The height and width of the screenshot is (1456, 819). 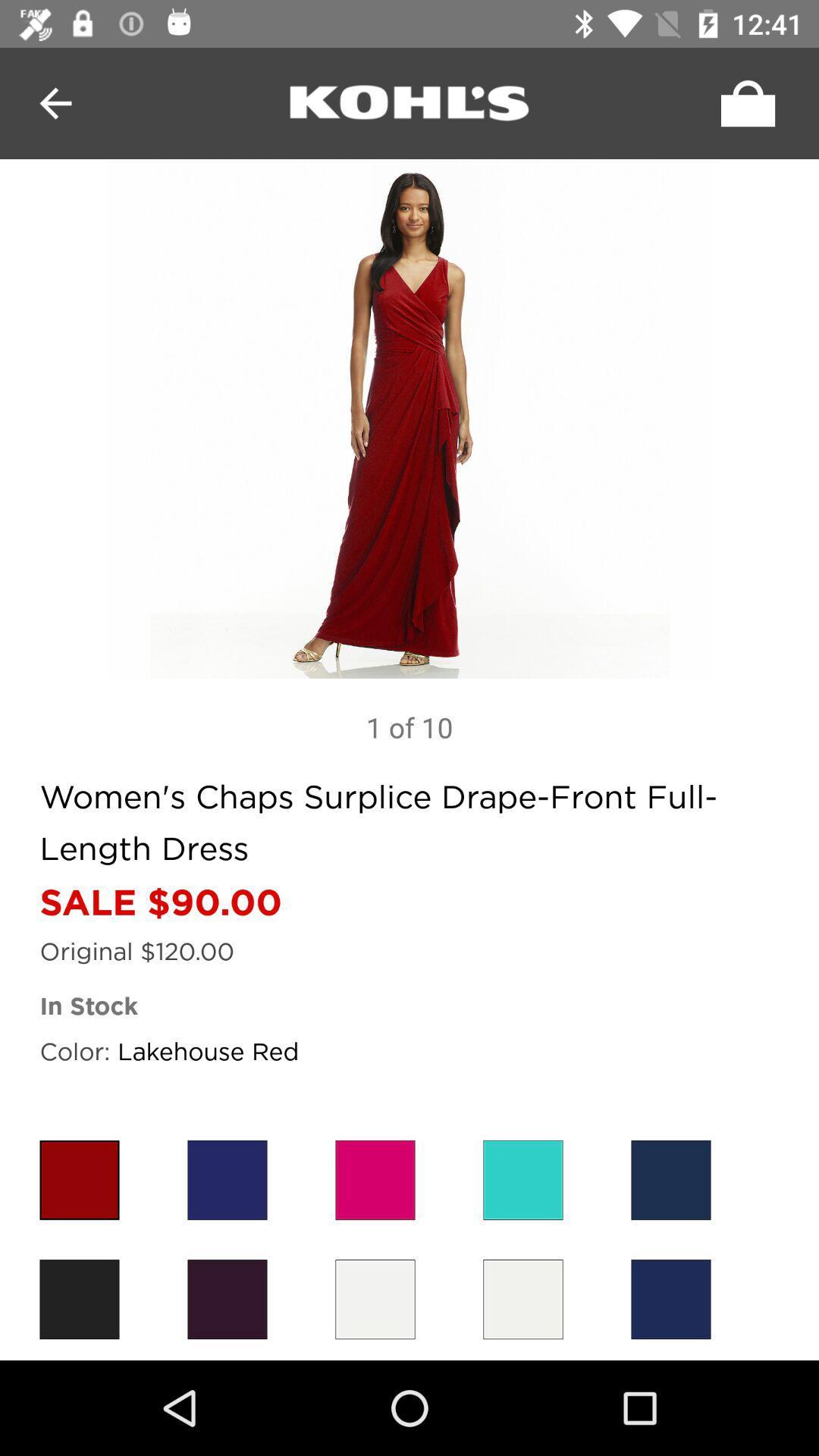 I want to click on second color button which is in the last row, so click(x=227, y=1298).